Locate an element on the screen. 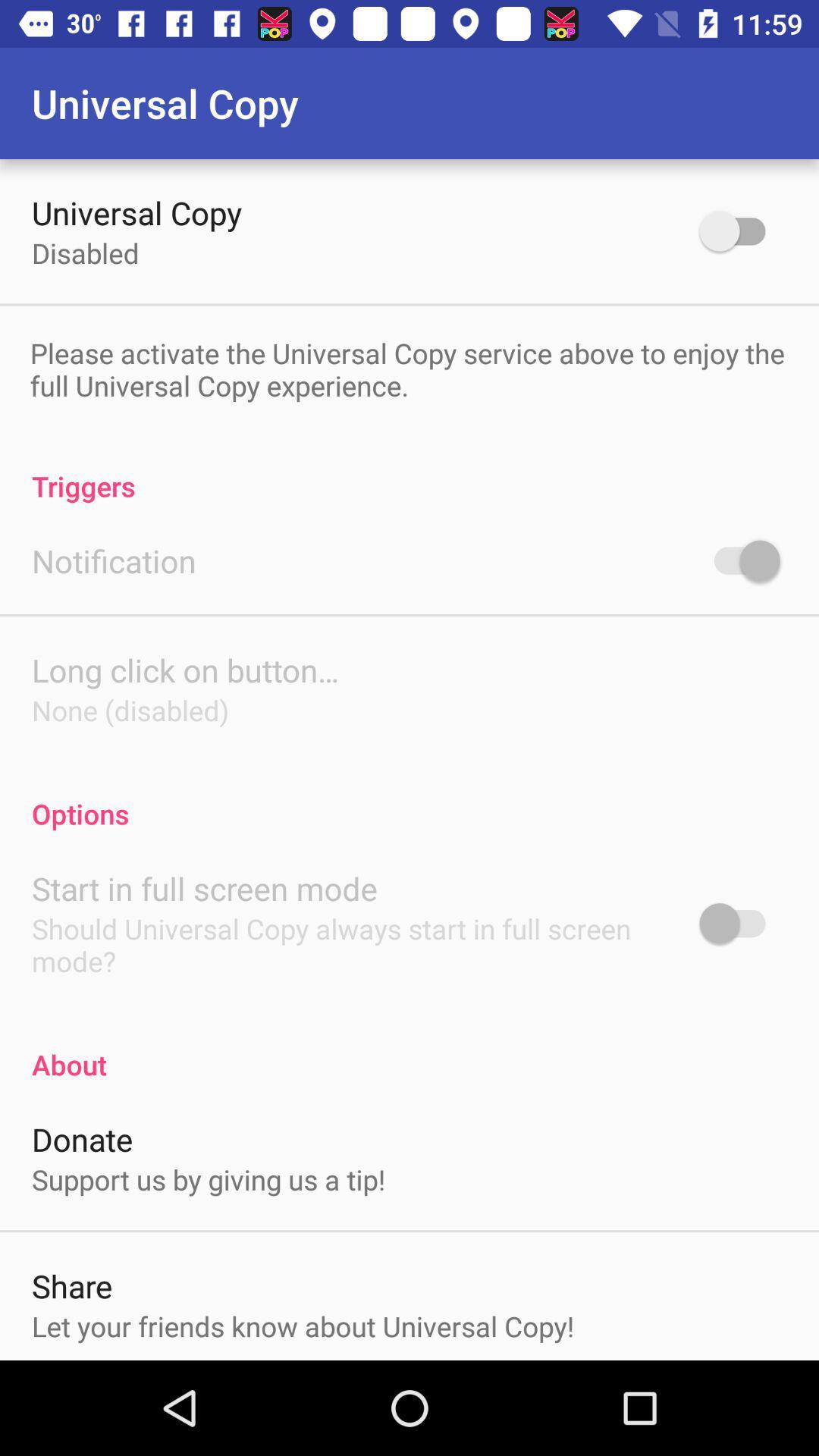  icon below share icon is located at coordinates (303, 1325).